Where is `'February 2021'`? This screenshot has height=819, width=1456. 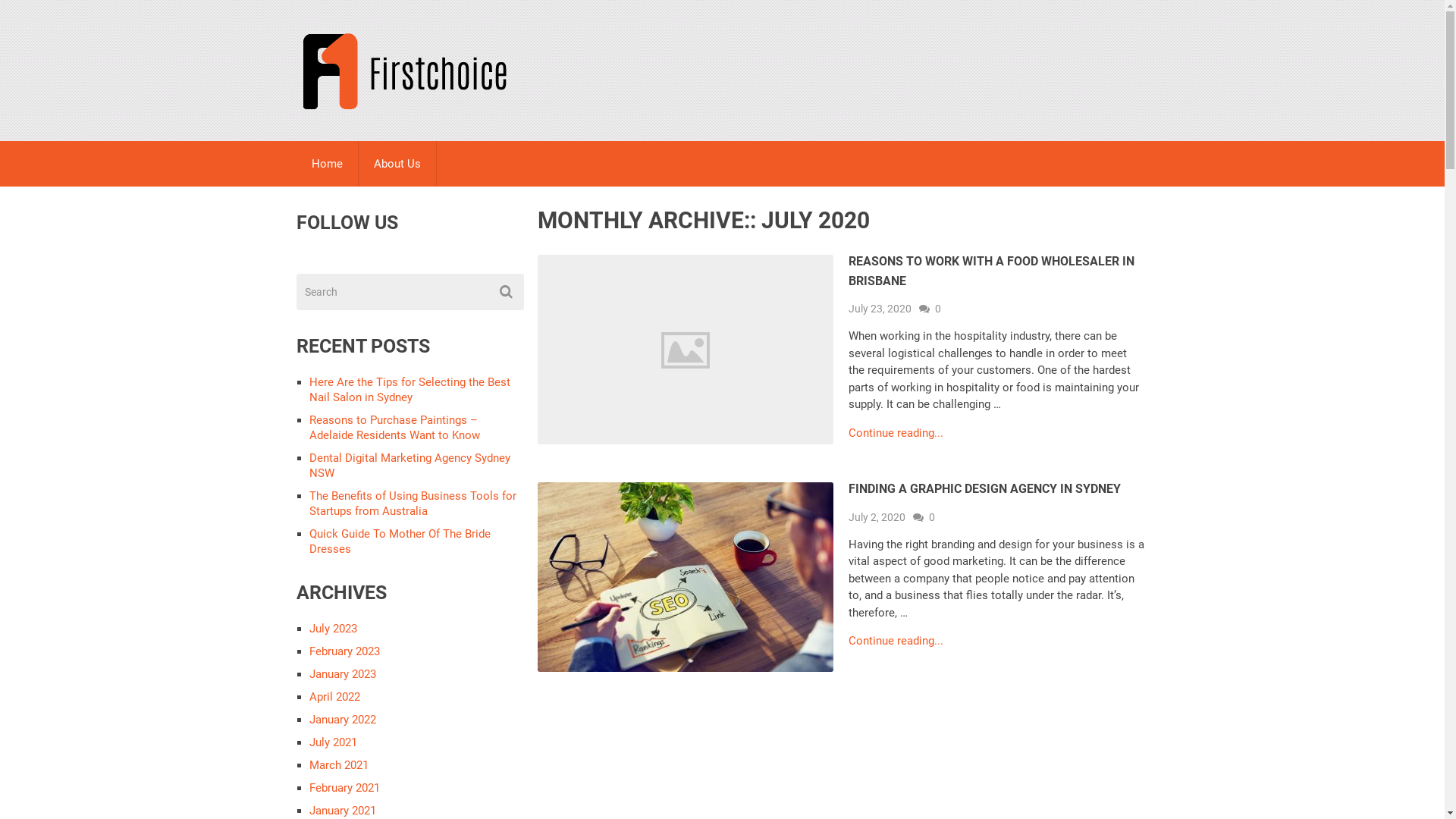
'February 2021' is located at coordinates (344, 786).